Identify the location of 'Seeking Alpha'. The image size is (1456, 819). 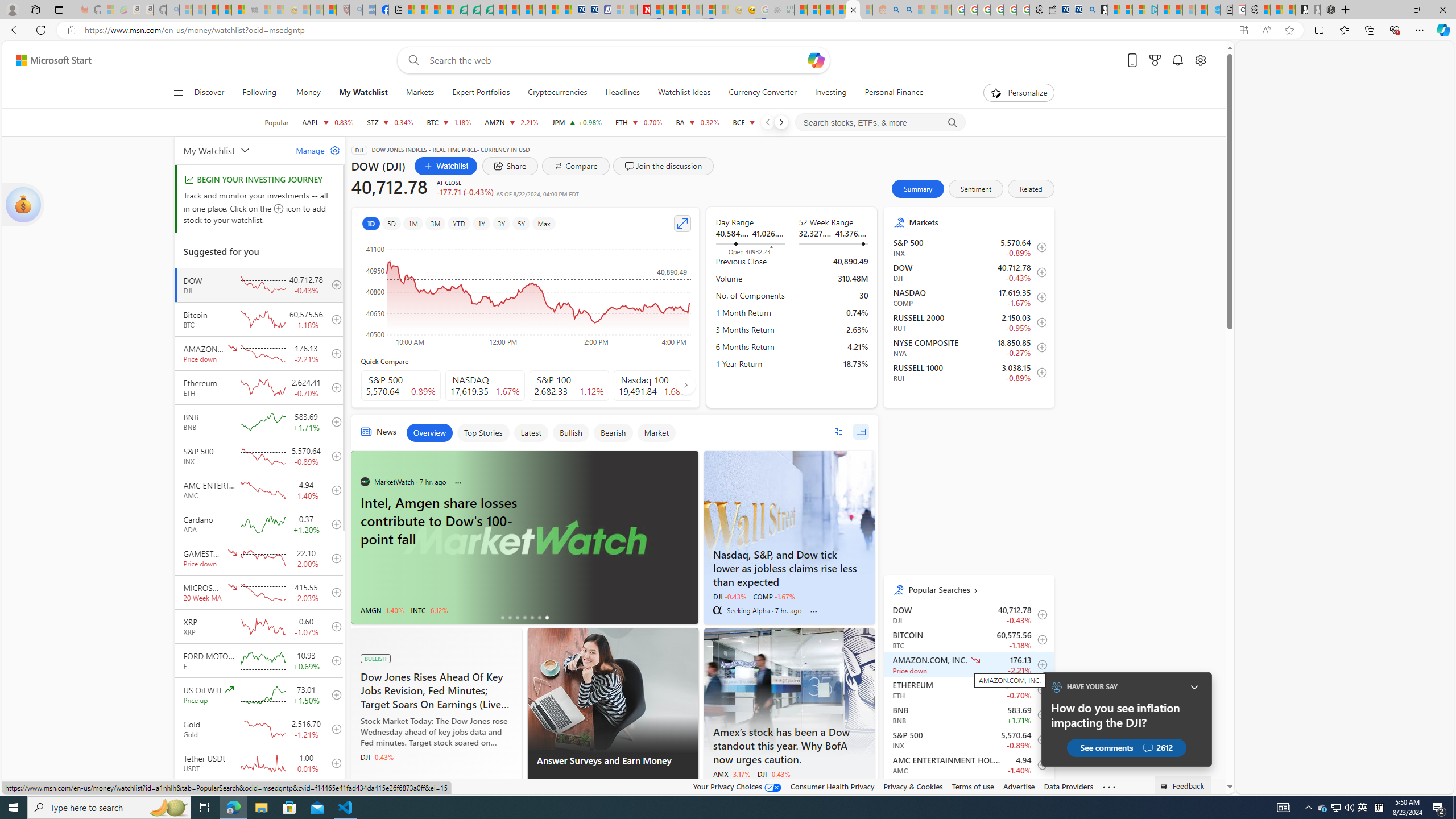
(716, 610).